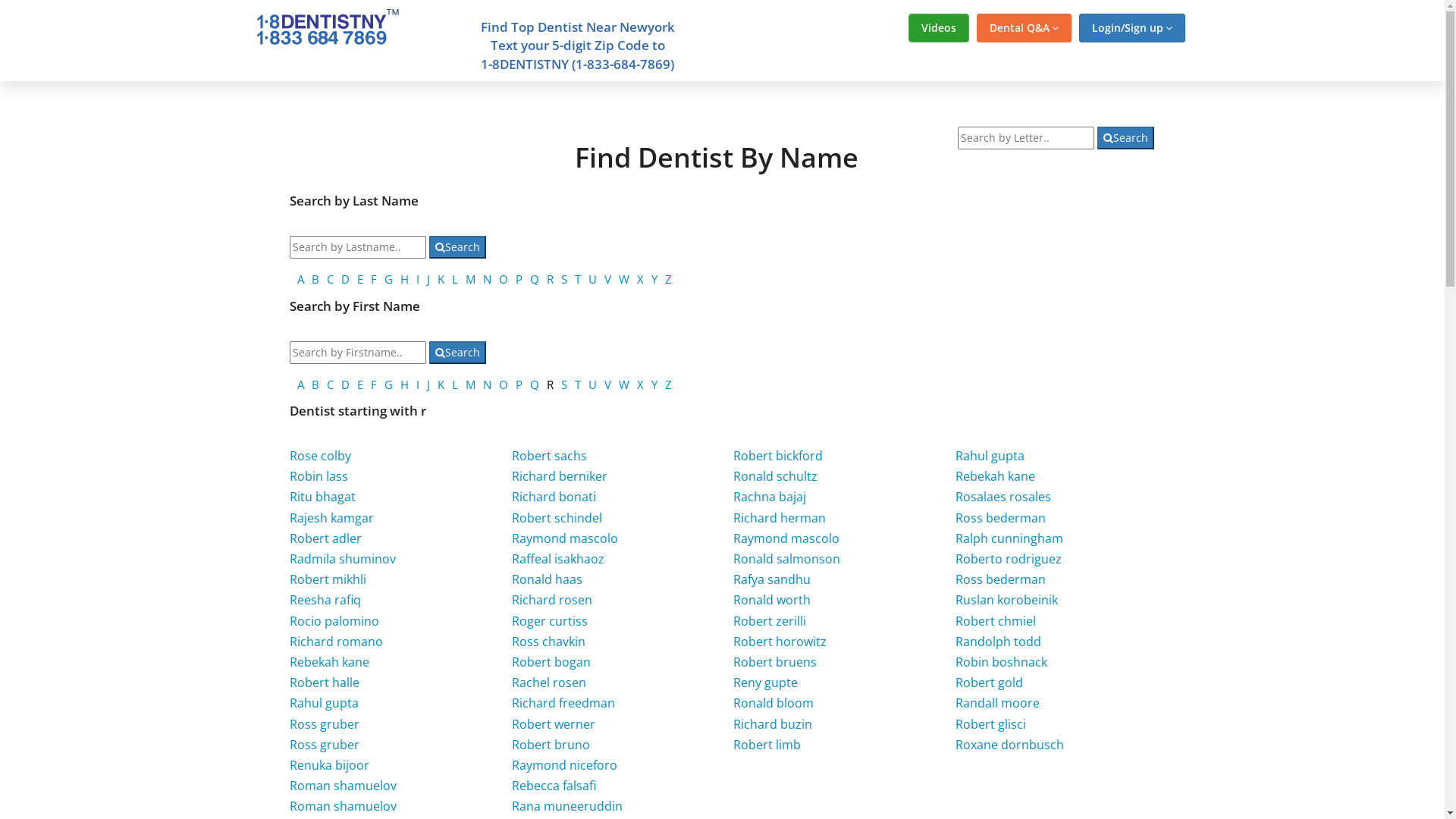 The image size is (1456, 819). I want to click on 'Ronald haas', so click(546, 579).